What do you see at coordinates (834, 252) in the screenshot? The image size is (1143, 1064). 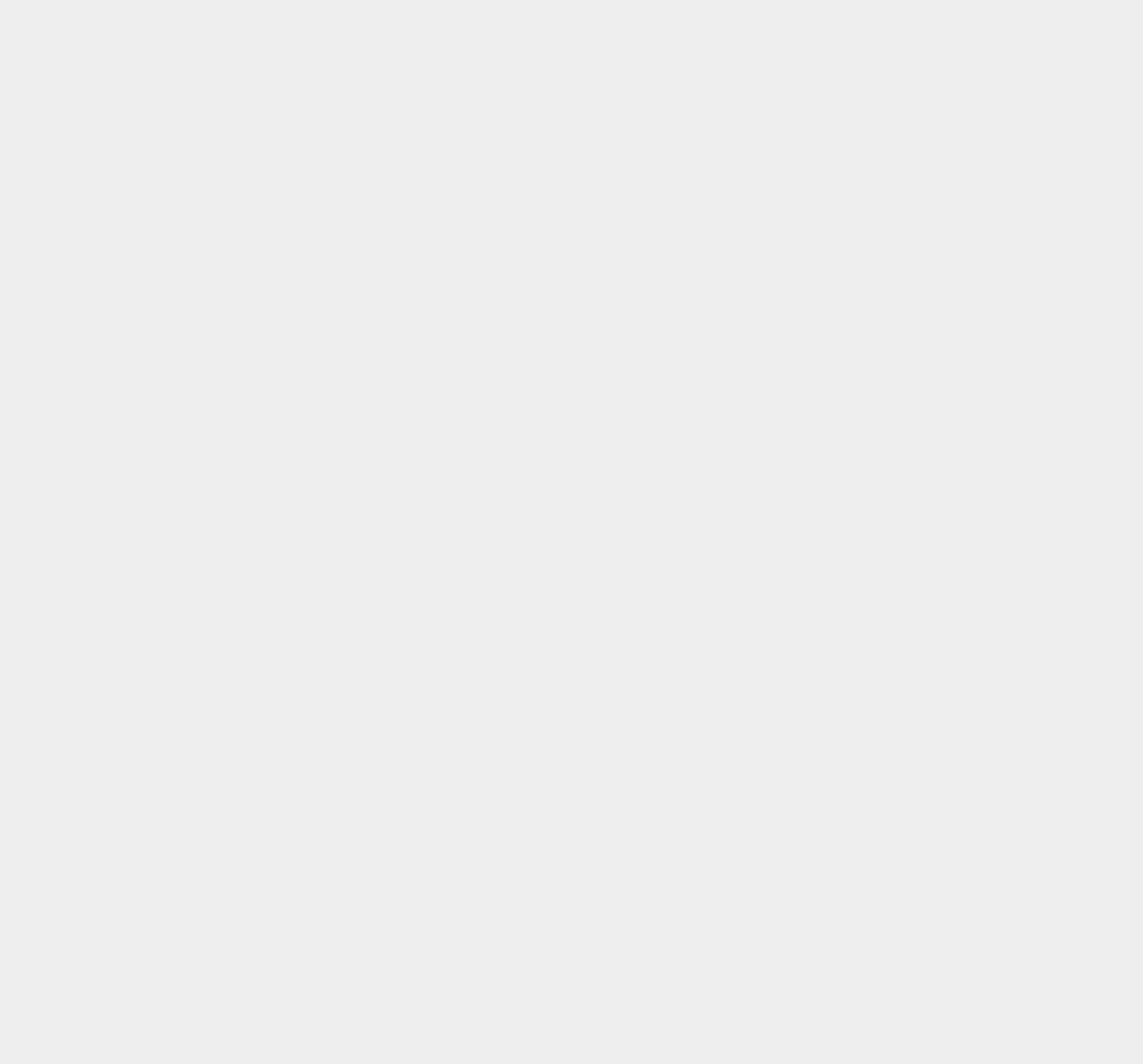 I see `'Apple TV'` at bounding box center [834, 252].